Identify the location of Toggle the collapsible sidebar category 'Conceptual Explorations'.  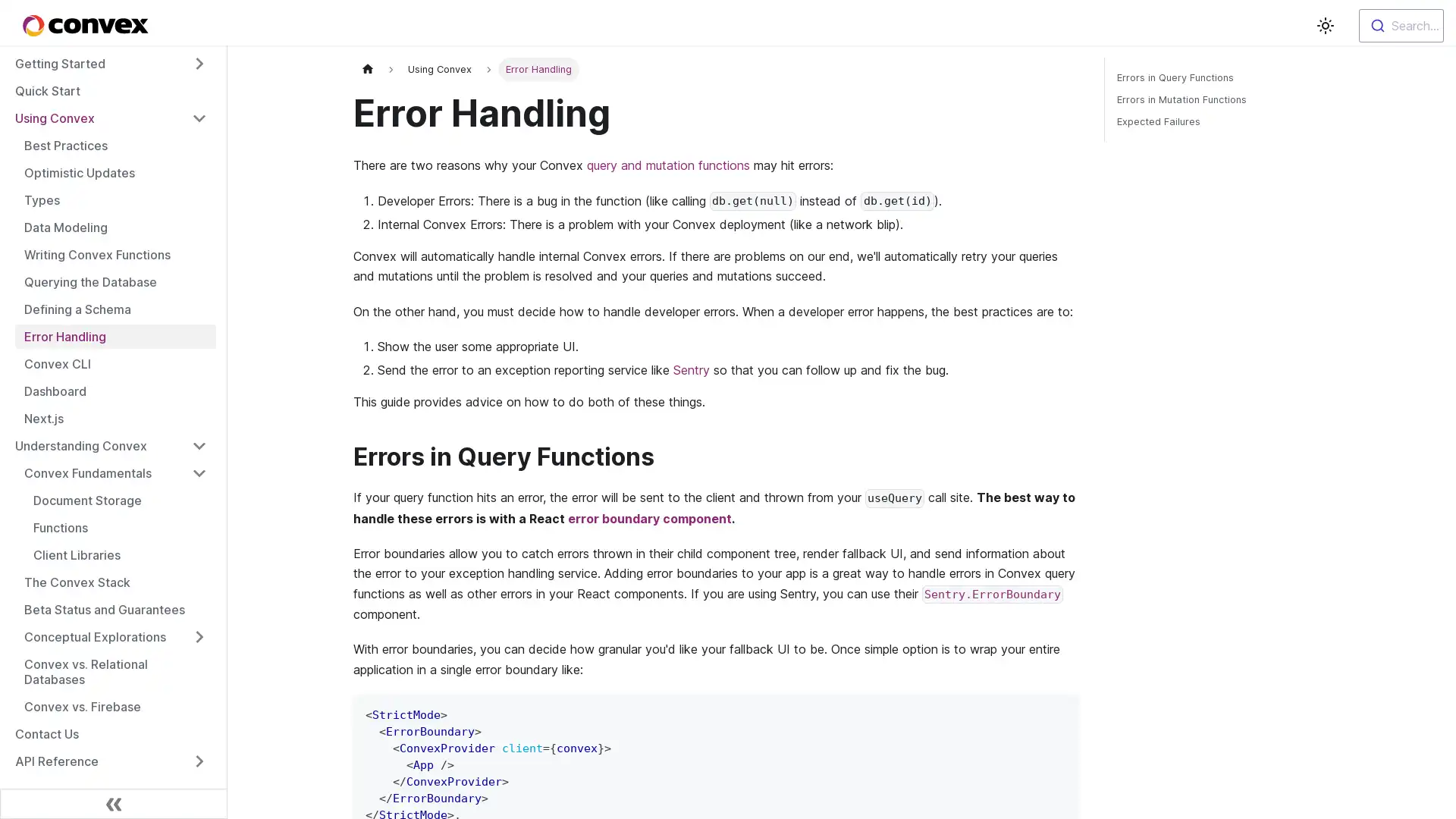
(199, 637).